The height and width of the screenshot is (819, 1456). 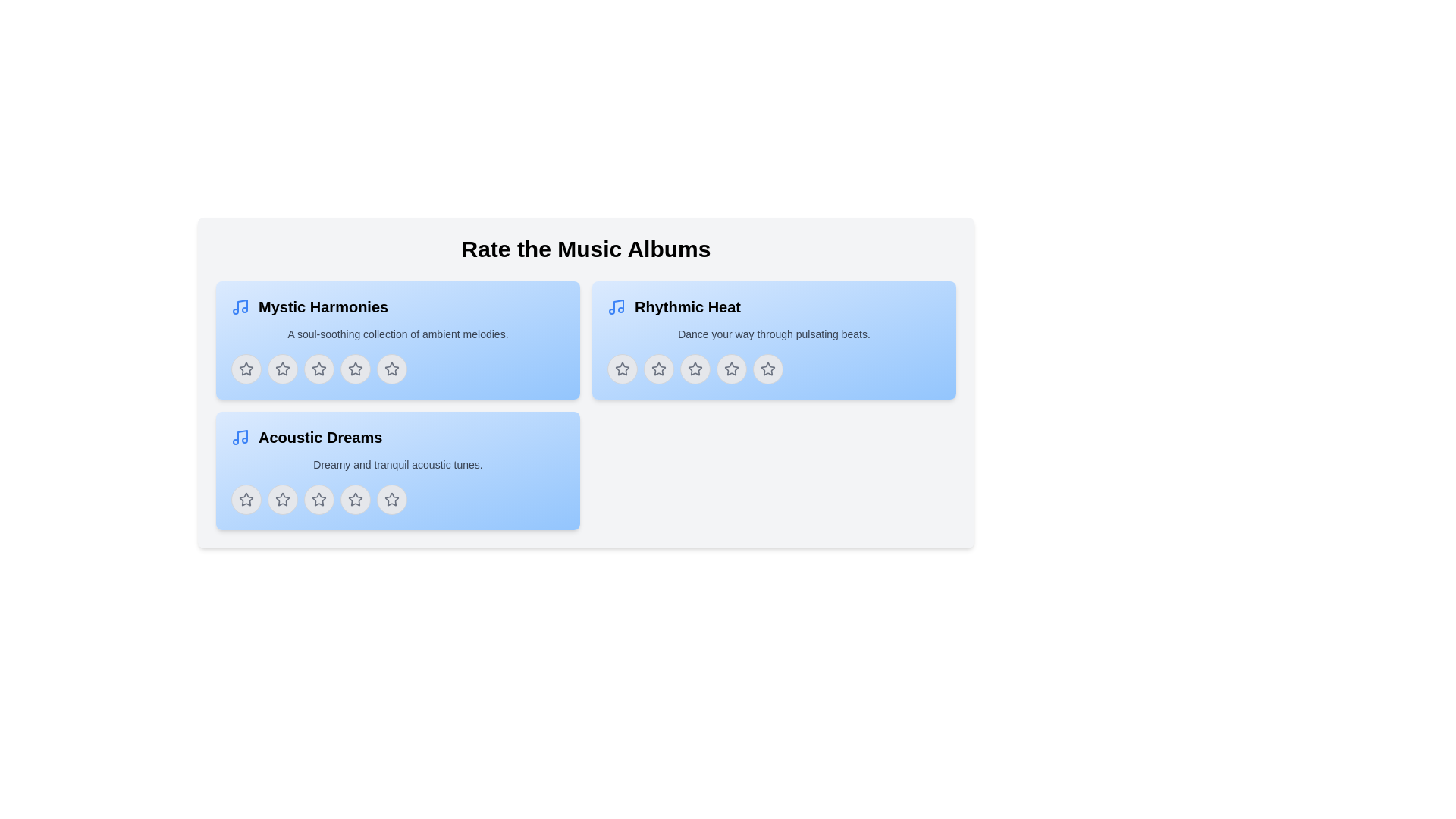 What do you see at coordinates (355, 369) in the screenshot?
I see `the Rating star button, which is a circular button with a star icon, located in the middle row of a grid layout as the fourth button in the sequence` at bounding box center [355, 369].